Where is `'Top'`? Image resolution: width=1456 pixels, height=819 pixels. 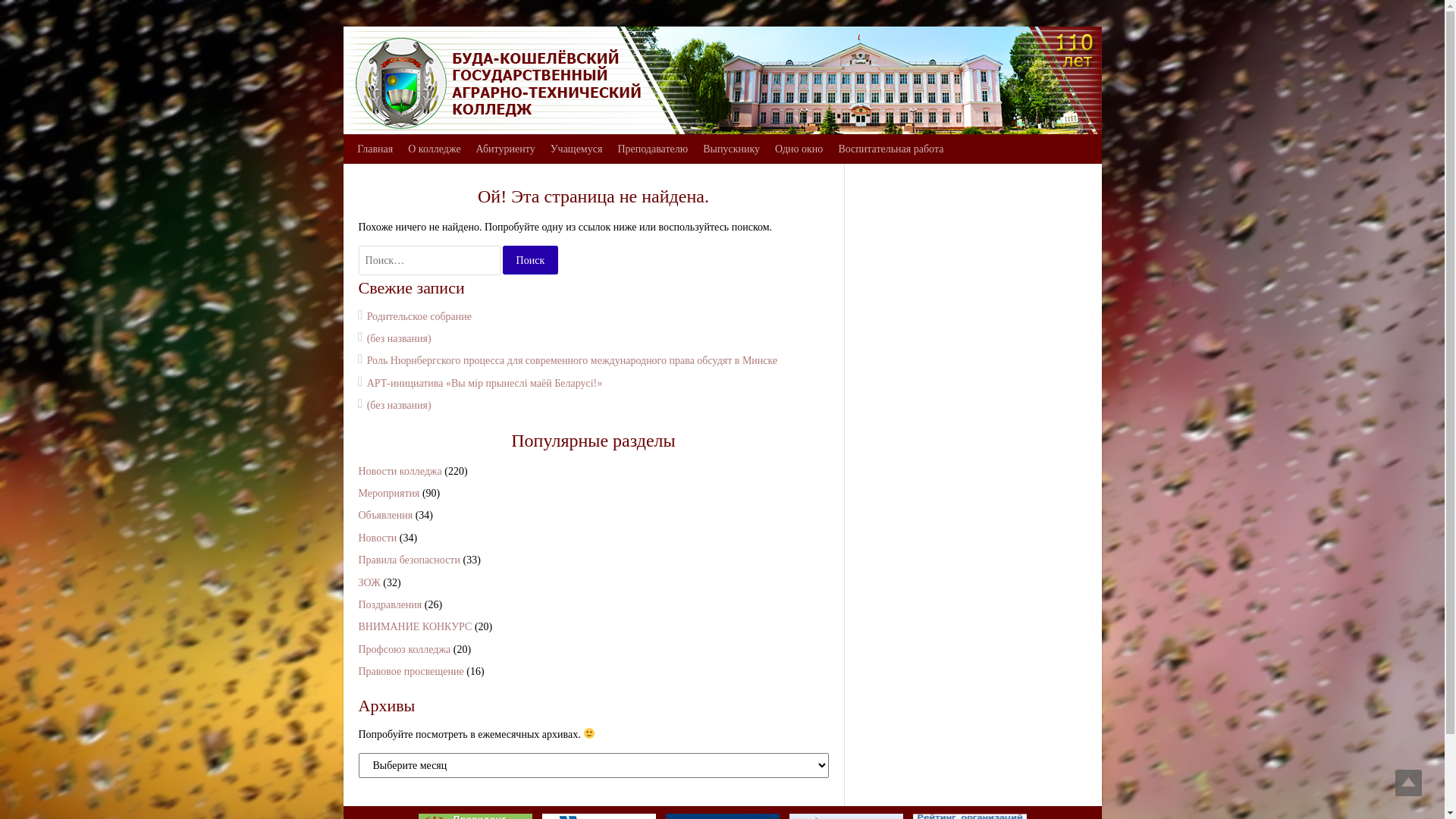
'Top' is located at coordinates (1407, 783).